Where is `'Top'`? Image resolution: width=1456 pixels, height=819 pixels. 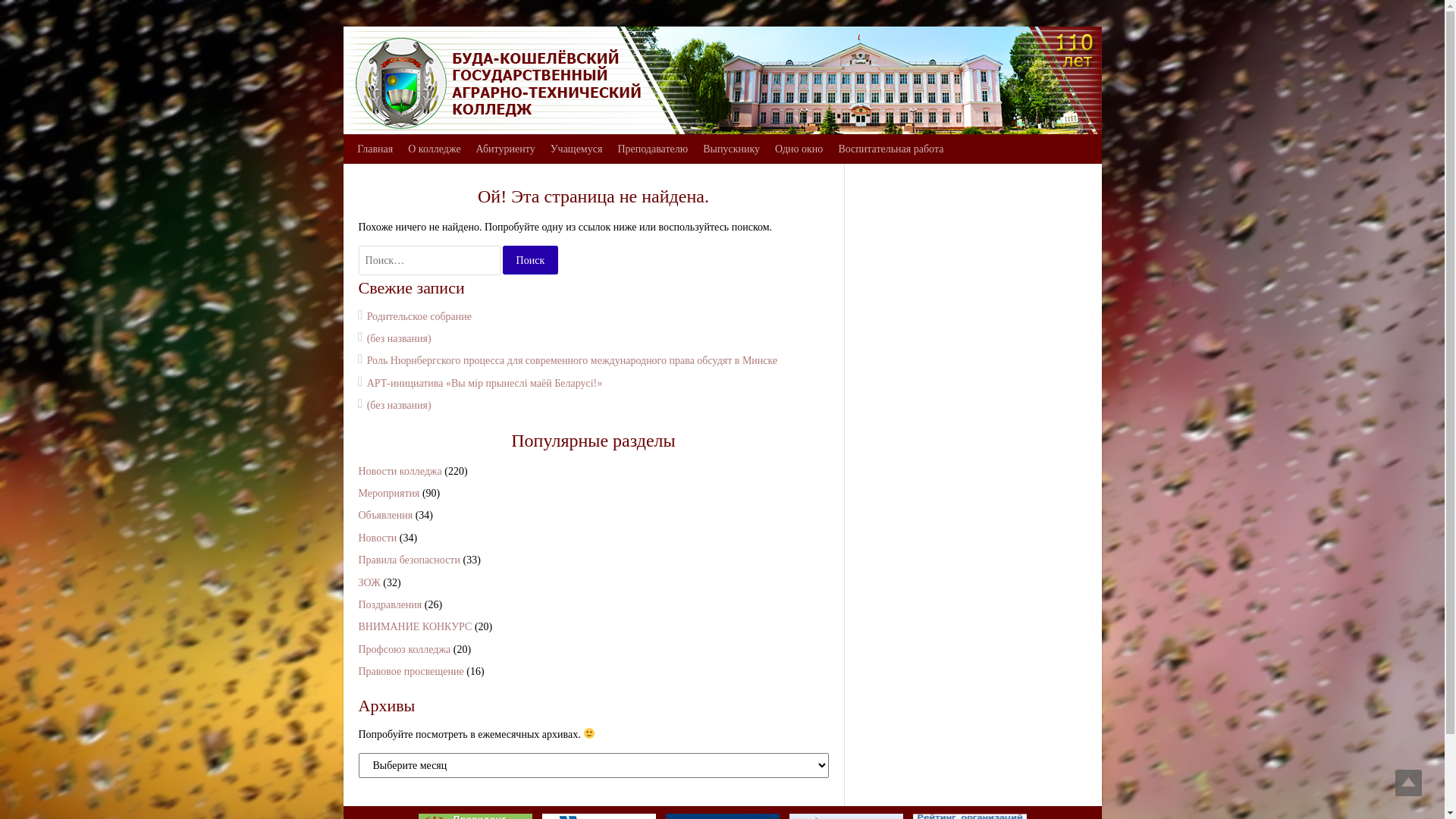
'Top' is located at coordinates (1407, 783).